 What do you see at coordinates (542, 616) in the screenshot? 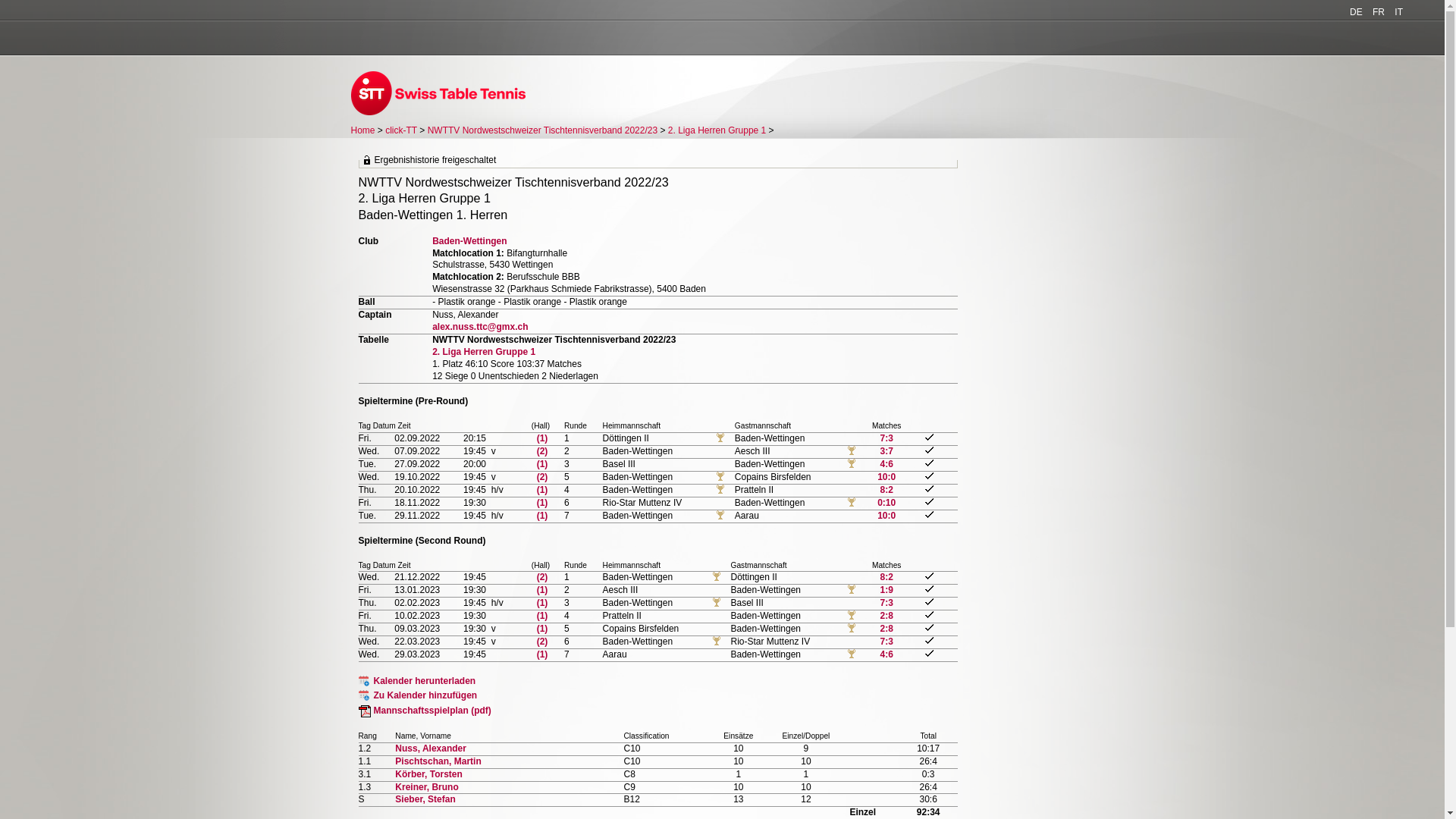
I see `'(1)'` at bounding box center [542, 616].